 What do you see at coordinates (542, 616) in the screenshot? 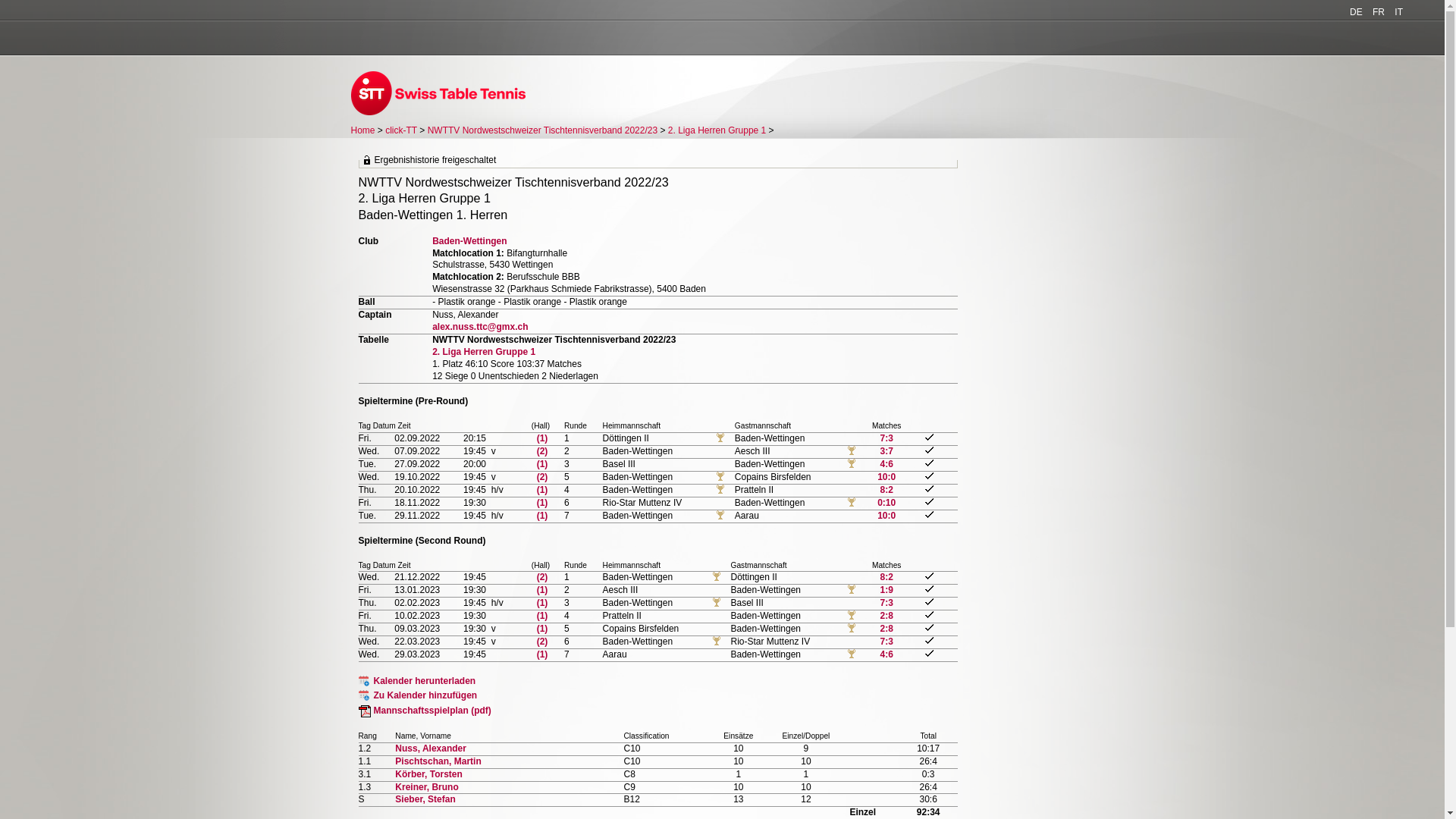
I see `'(1)'` at bounding box center [542, 616].